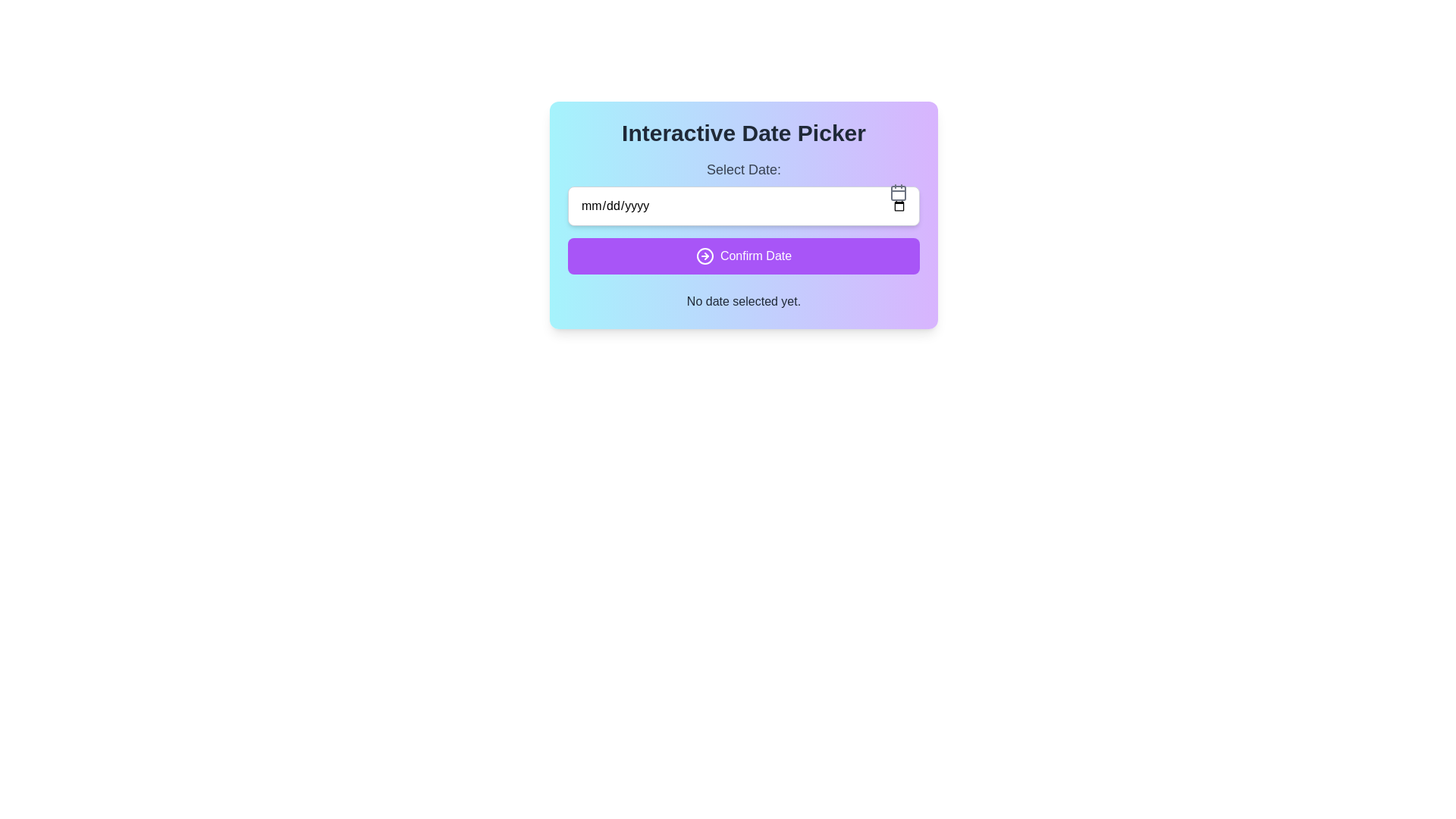 The height and width of the screenshot is (819, 1456). I want to click on the circle arrow right icon located inside the 'Confirm Date' button for tooltip or visual feedback, so click(704, 256).